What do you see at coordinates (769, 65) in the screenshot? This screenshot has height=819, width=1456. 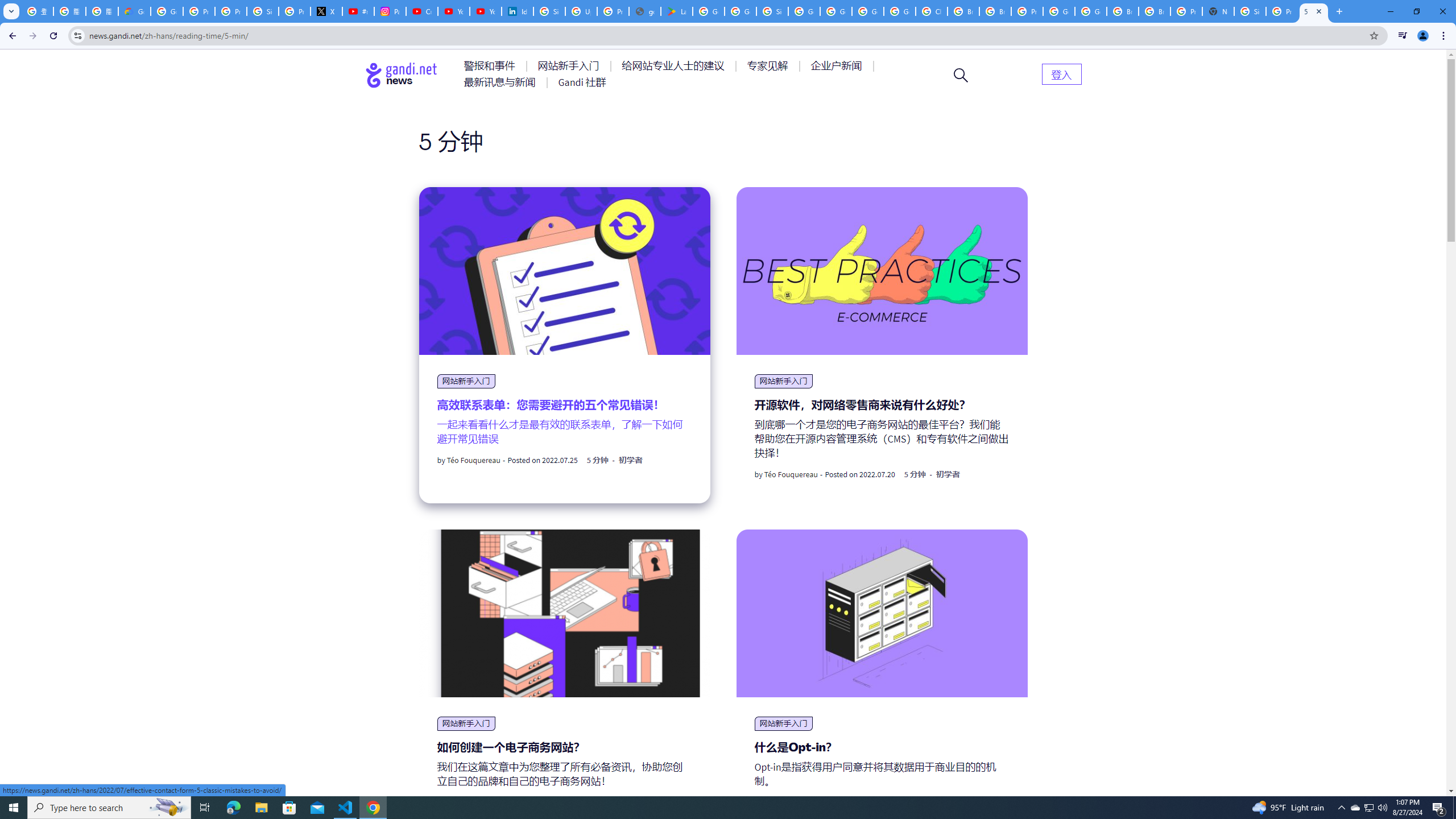 I see `'AutomationID: menu-item-77764'` at bounding box center [769, 65].